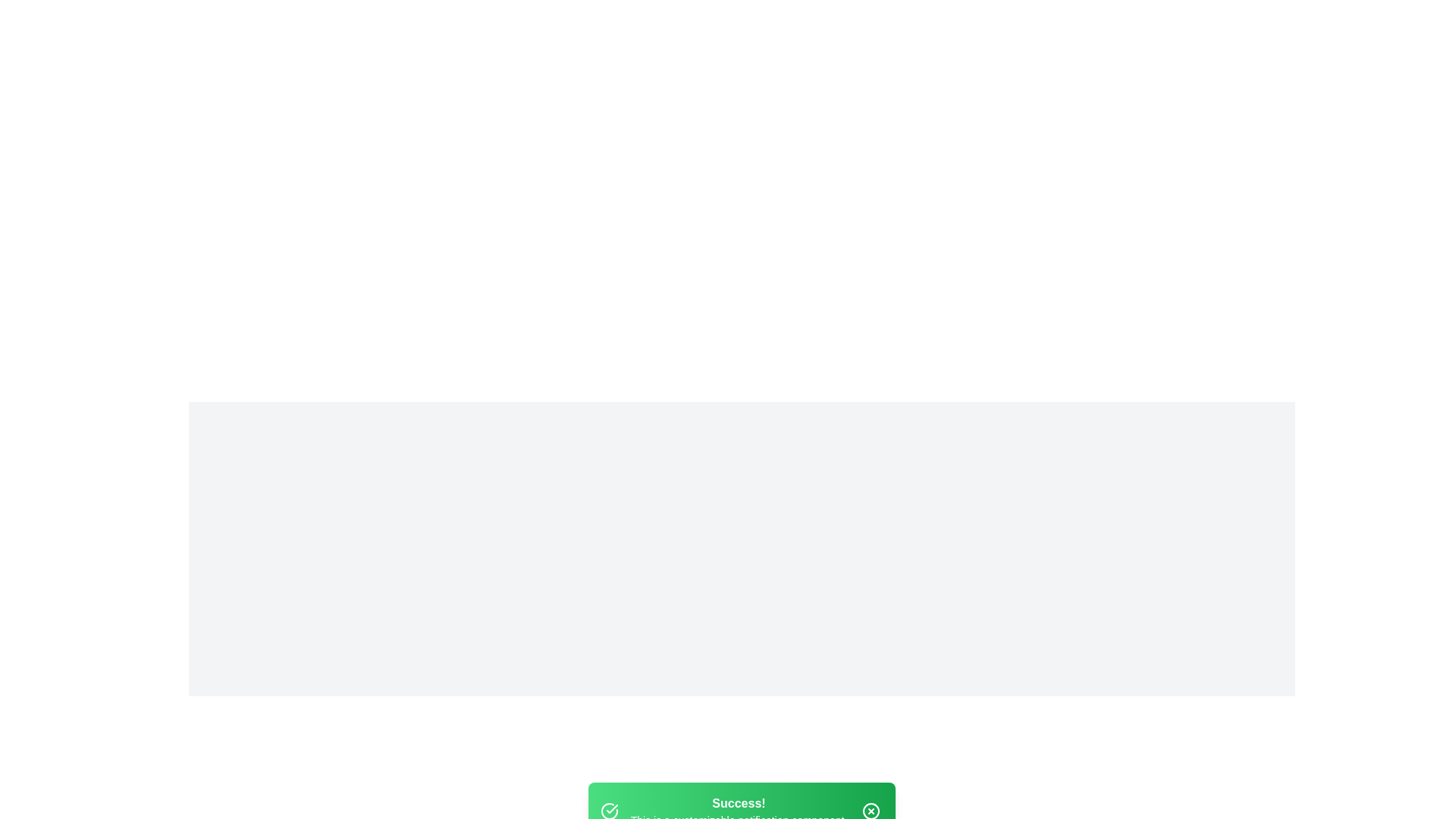 This screenshot has width=1456, height=819. What do you see at coordinates (871, 810) in the screenshot?
I see `the close button of the snackbar notification` at bounding box center [871, 810].